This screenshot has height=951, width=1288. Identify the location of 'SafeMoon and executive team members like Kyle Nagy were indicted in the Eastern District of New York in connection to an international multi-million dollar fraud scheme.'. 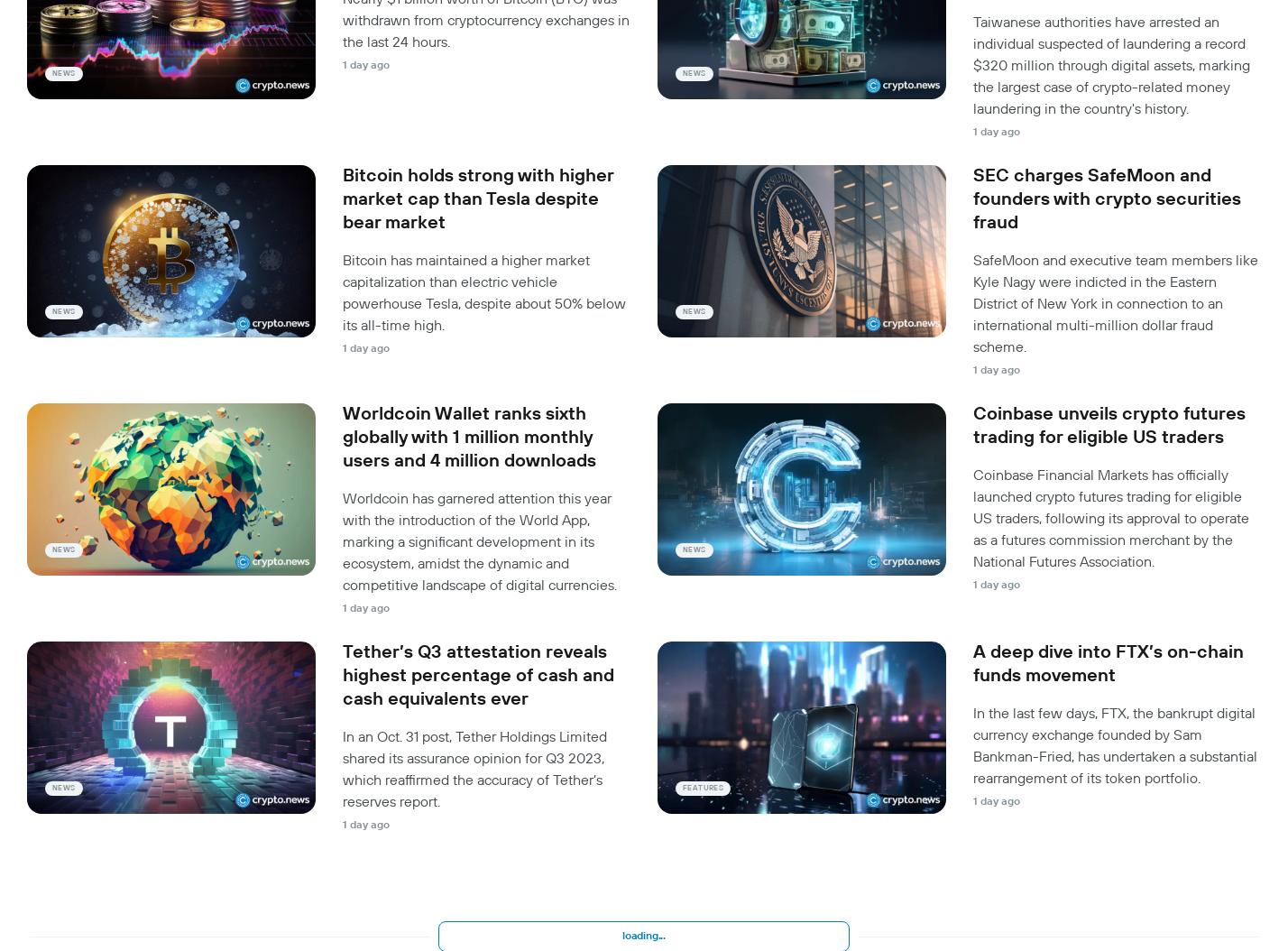
(1115, 303).